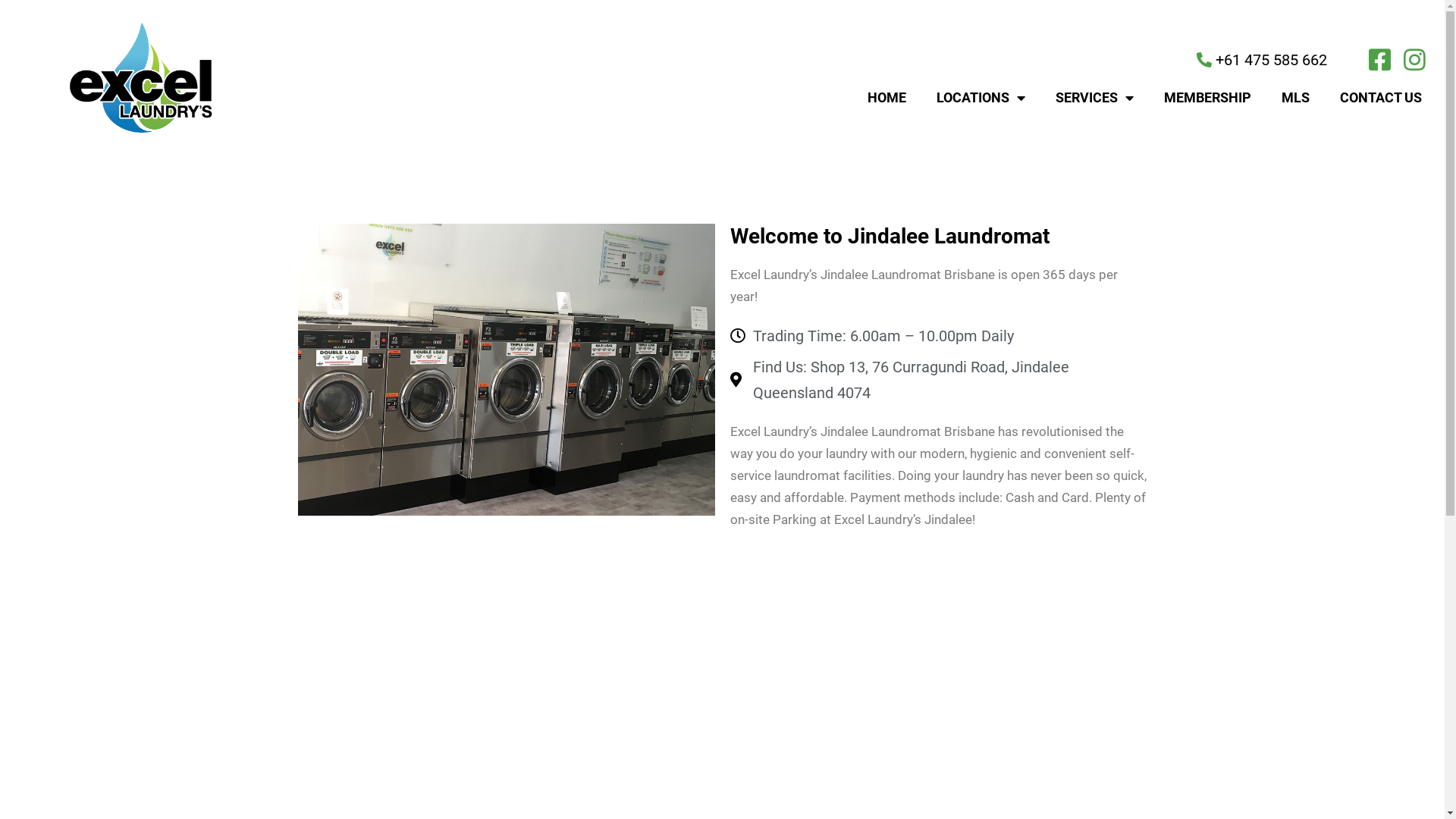 The width and height of the screenshot is (1456, 819). I want to click on 'CONTACT US', so click(1380, 97).